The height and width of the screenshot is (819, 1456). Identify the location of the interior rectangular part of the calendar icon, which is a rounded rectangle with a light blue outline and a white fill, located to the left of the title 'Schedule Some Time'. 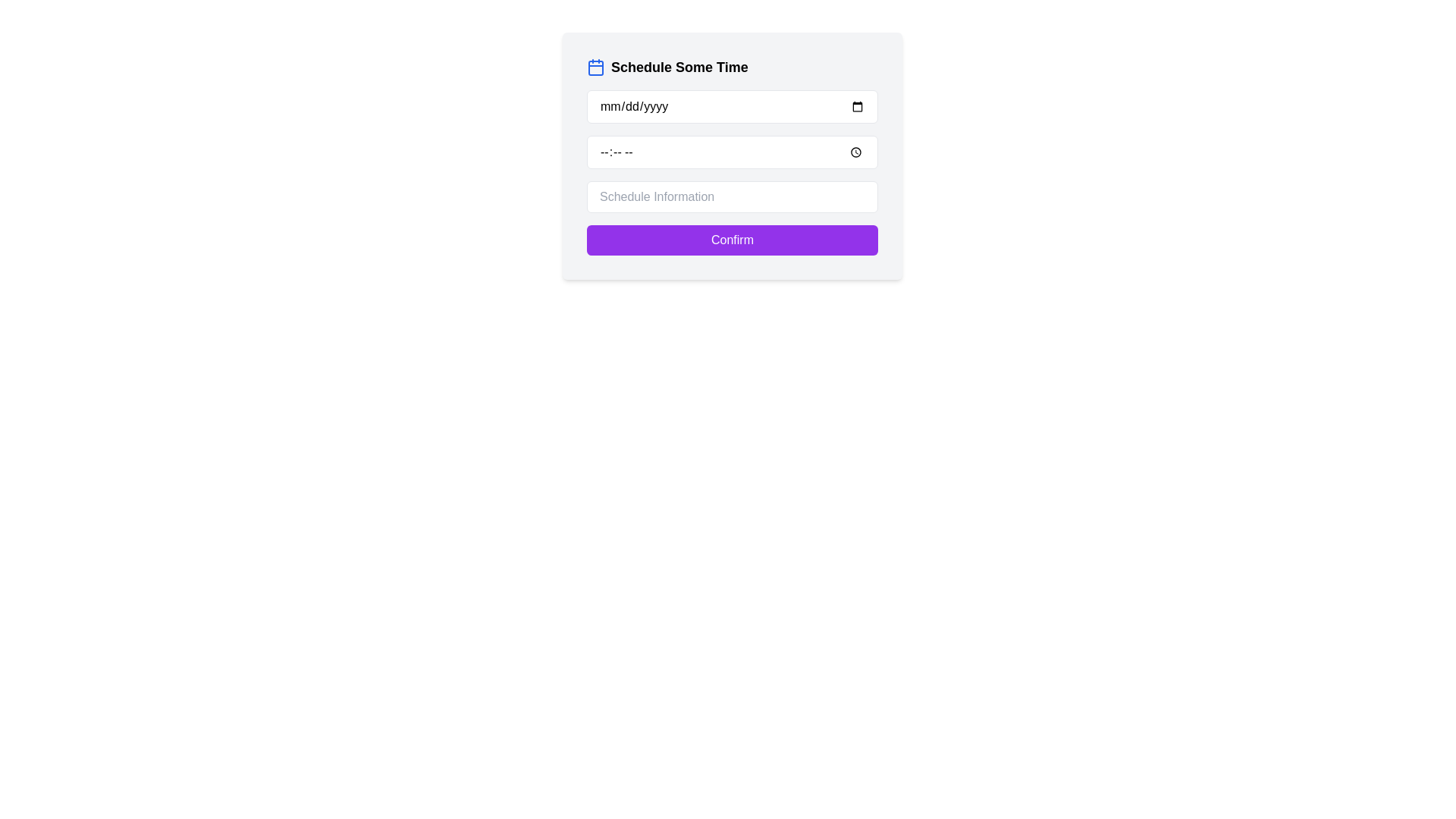
(595, 67).